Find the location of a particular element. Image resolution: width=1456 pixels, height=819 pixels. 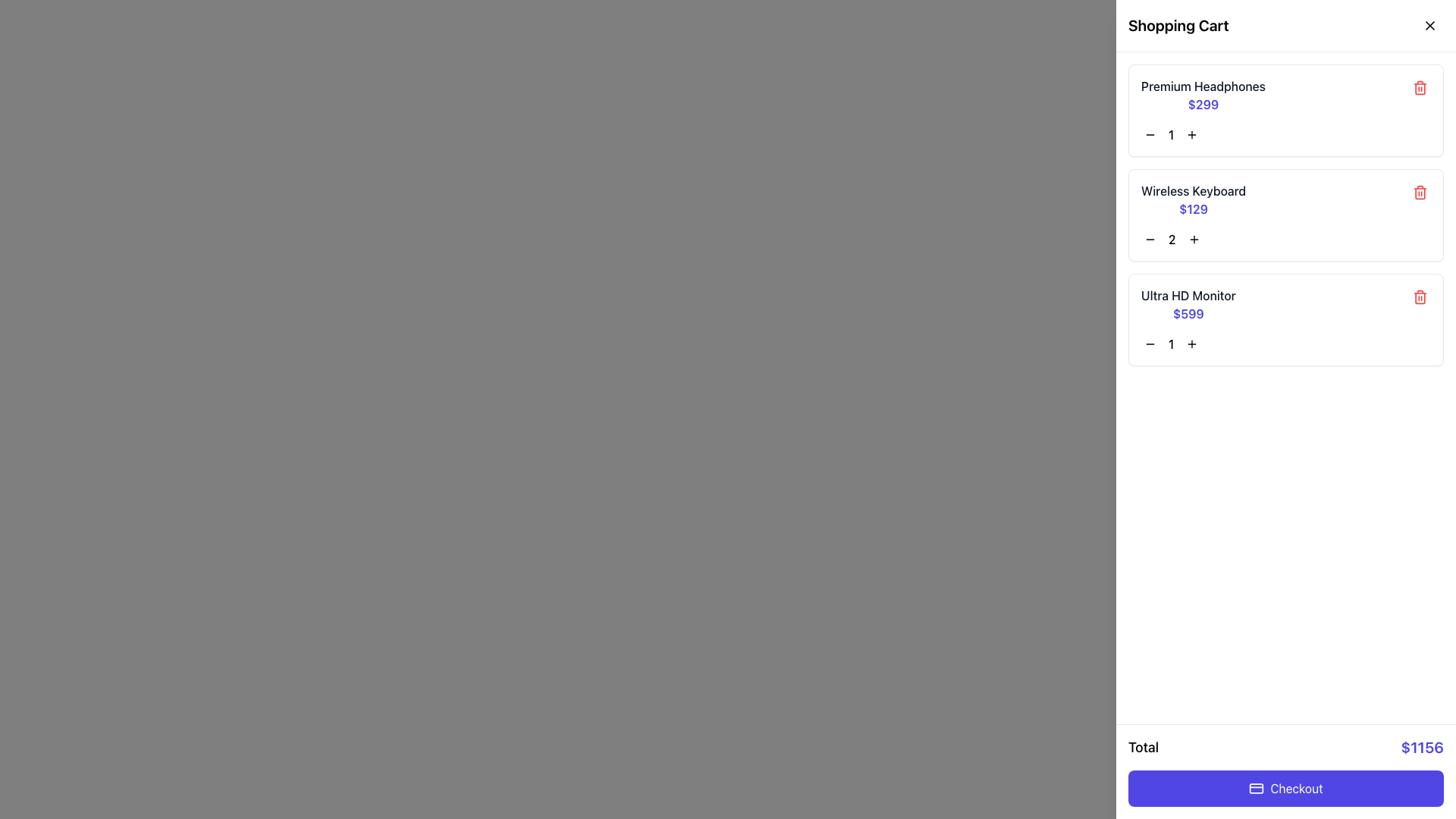

the red trash bin icon button, which indicates a delete or remove functionality is located at coordinates (1419, 297).